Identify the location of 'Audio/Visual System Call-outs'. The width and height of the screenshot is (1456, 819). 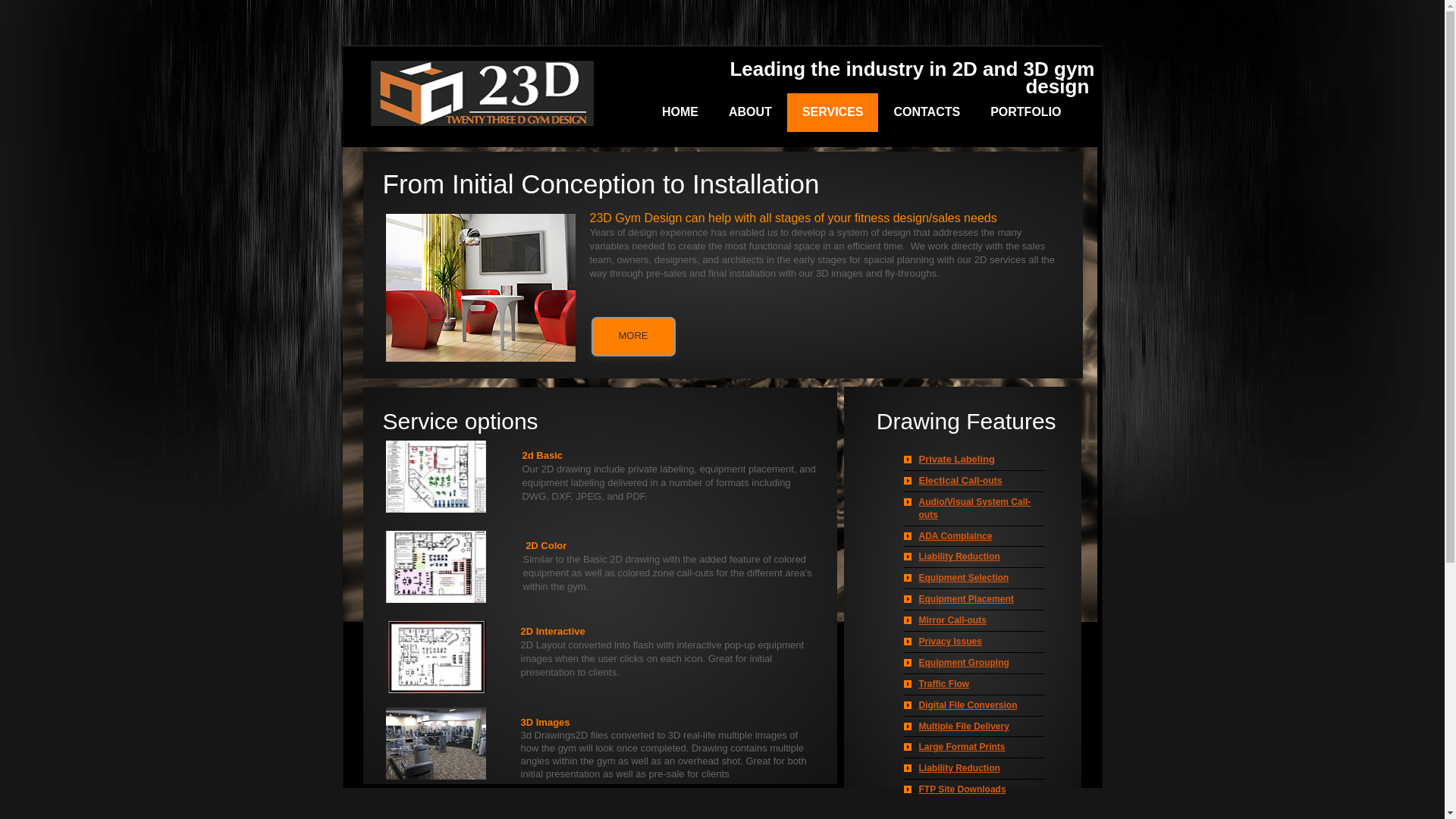
(975, 508).